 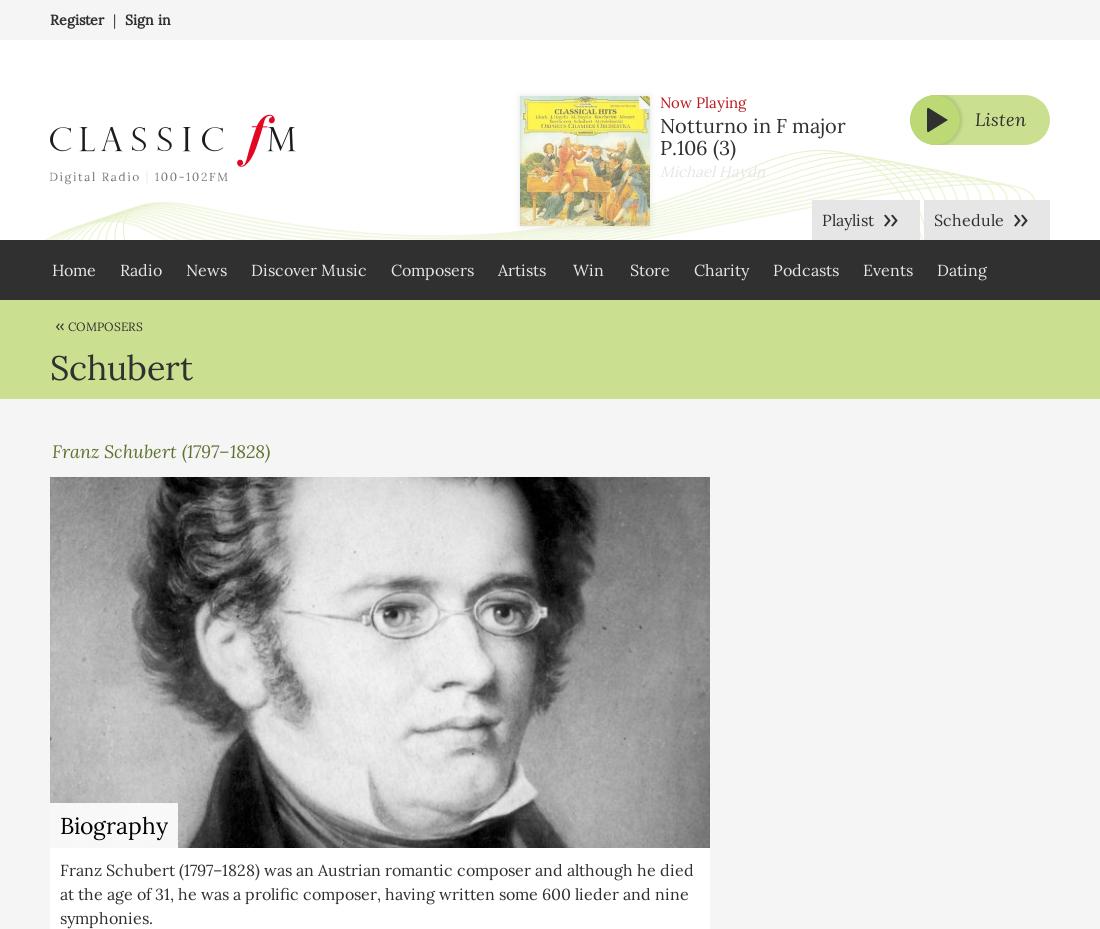 I want to click on 'Franz Schubert (1797–1828)', so click(x=160, y=450).